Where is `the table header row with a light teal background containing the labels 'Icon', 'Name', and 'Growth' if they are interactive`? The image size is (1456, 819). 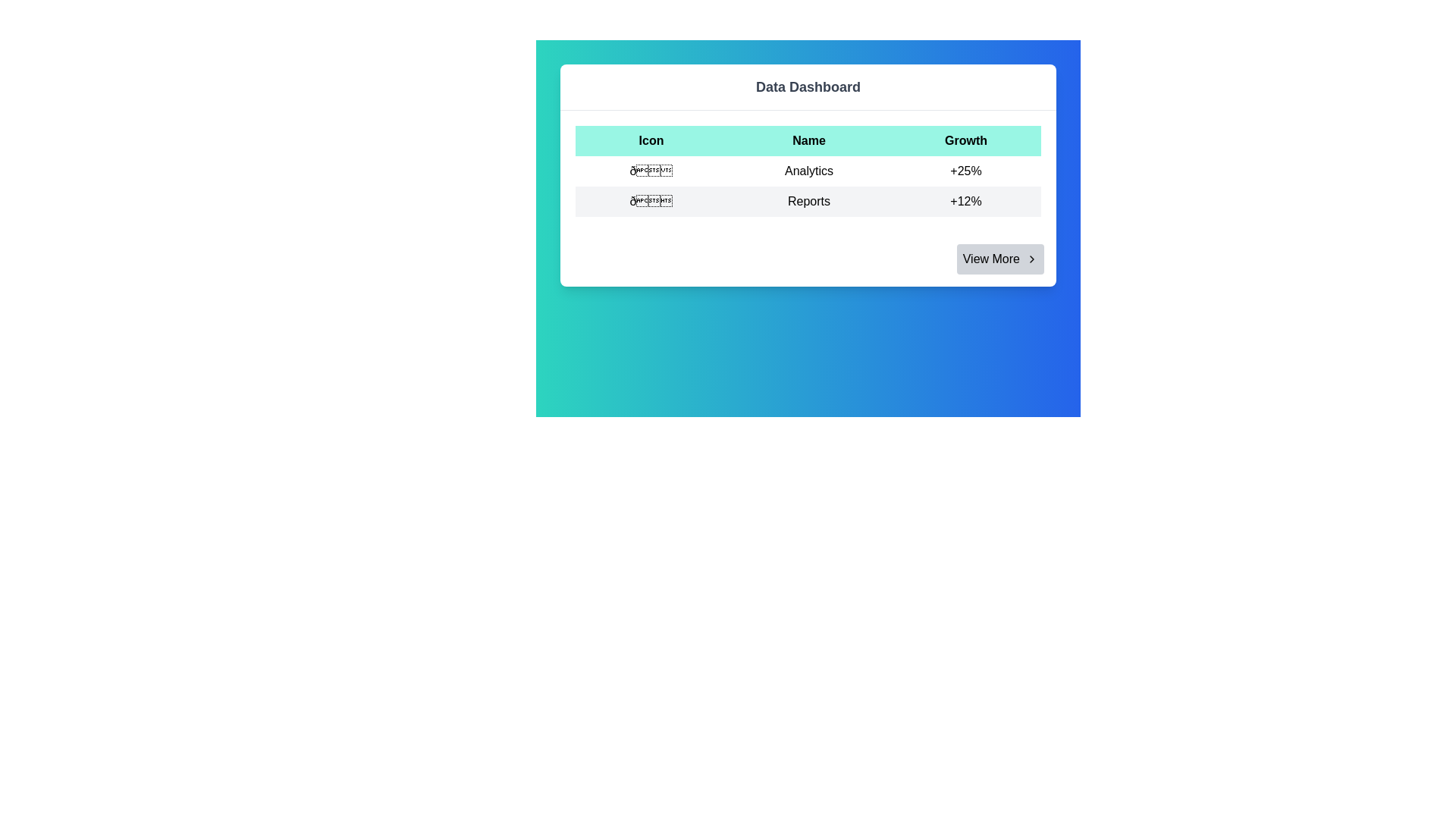
the table header row with a light teal background containing the labels 'Icon', 'Name', and 'Growth' if they are interactive is located at coordinates (807, 140).